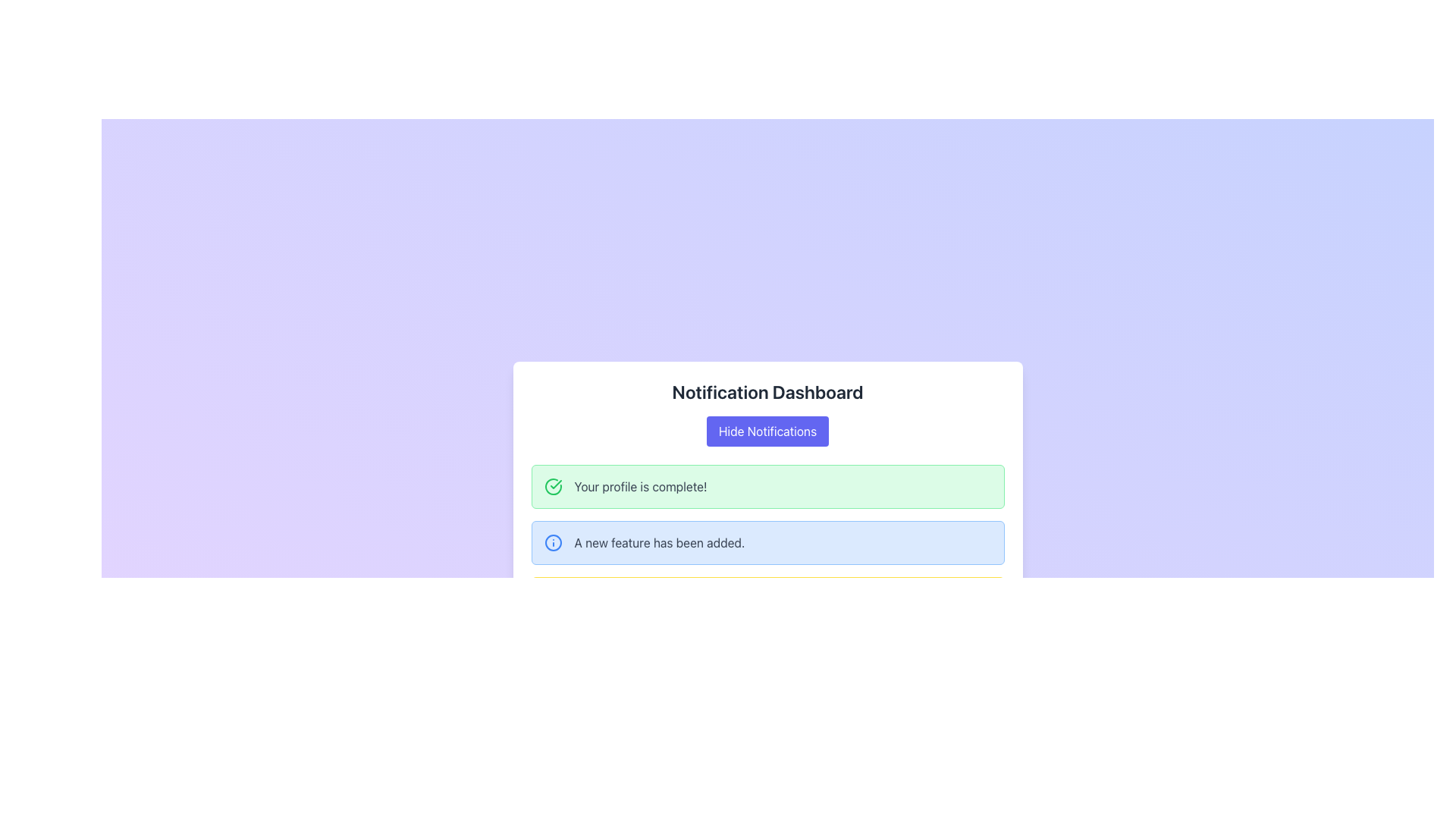 The image size is (1456, 819). I want to click on the button that toggles the visibility of notifications, located below the 'Notification Dashboard' heading and above the notification messages list, so click(767, 431).